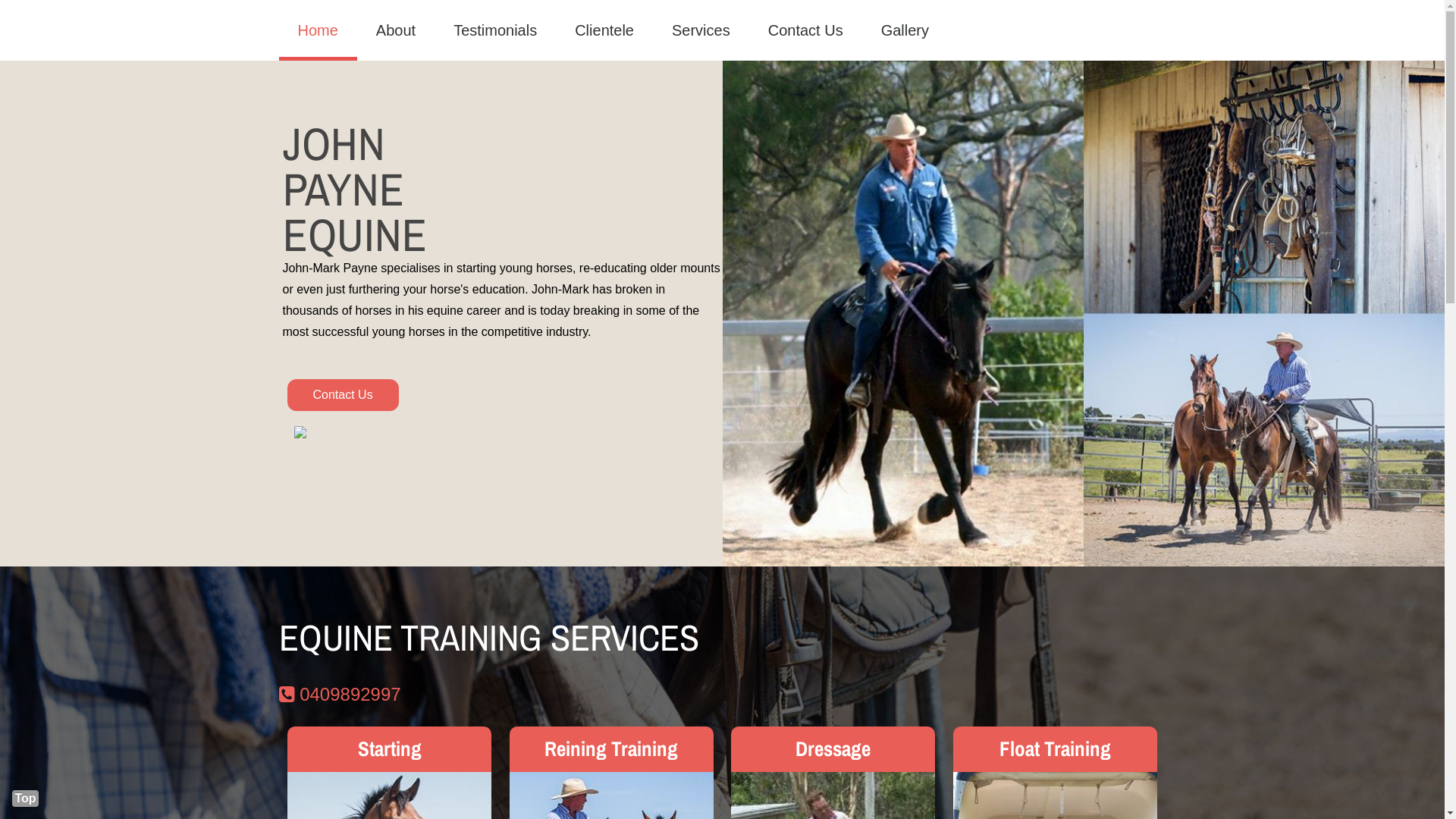 The height and width of the screenshot is (819, 1456). Describe the element at coordinates (905, 30) in the screenshot. I see `'Gallery'` at that location.